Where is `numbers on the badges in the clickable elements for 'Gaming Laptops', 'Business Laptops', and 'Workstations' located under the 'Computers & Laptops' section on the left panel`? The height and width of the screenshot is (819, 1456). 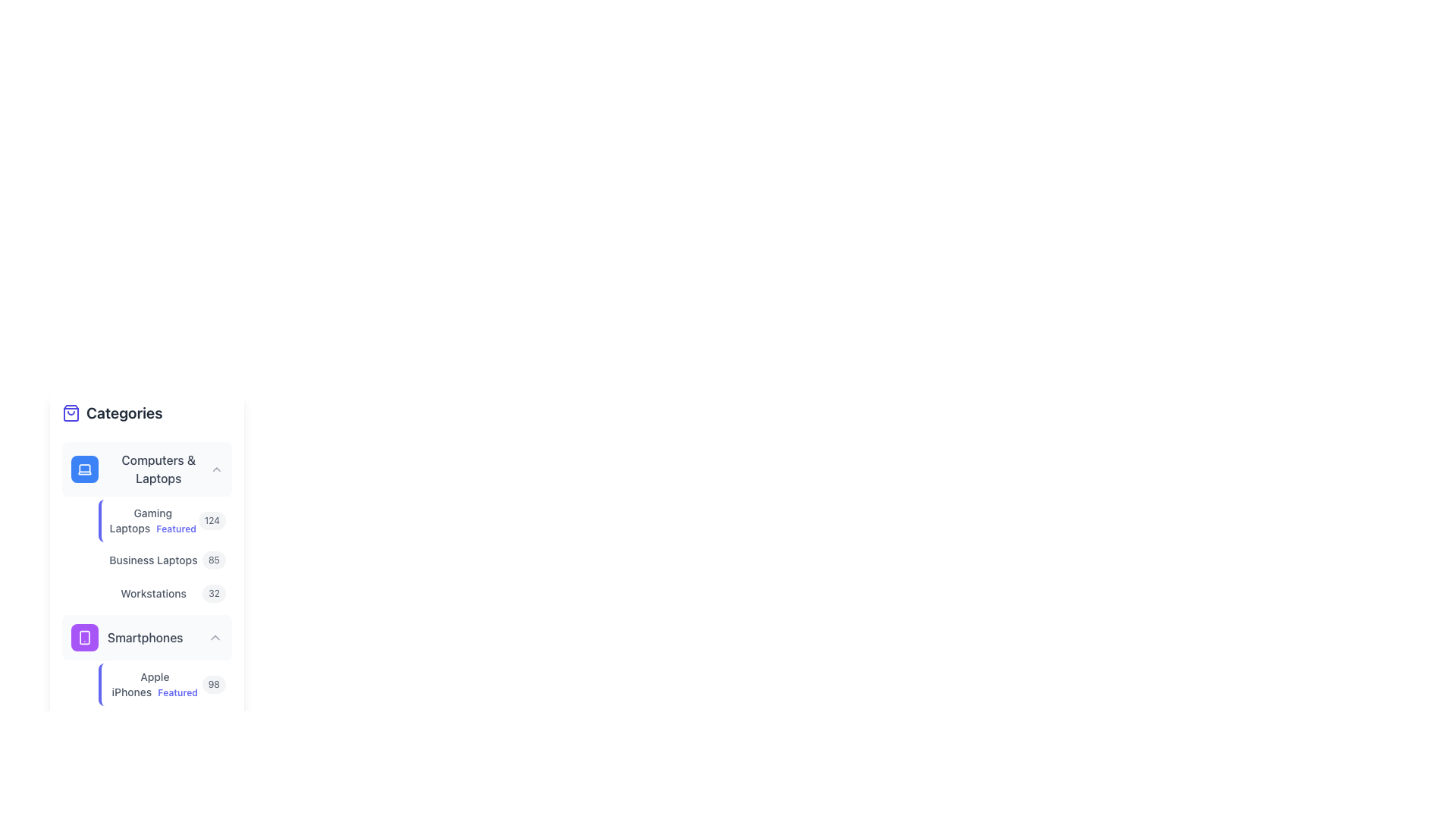
numbers on the badges in the clickable elements for 'Gaming Laptops', 'Business Laptops', and 'Workstations' located under the 'Computers & Laptops' section on the left panel is located at coordinates (165, 554).